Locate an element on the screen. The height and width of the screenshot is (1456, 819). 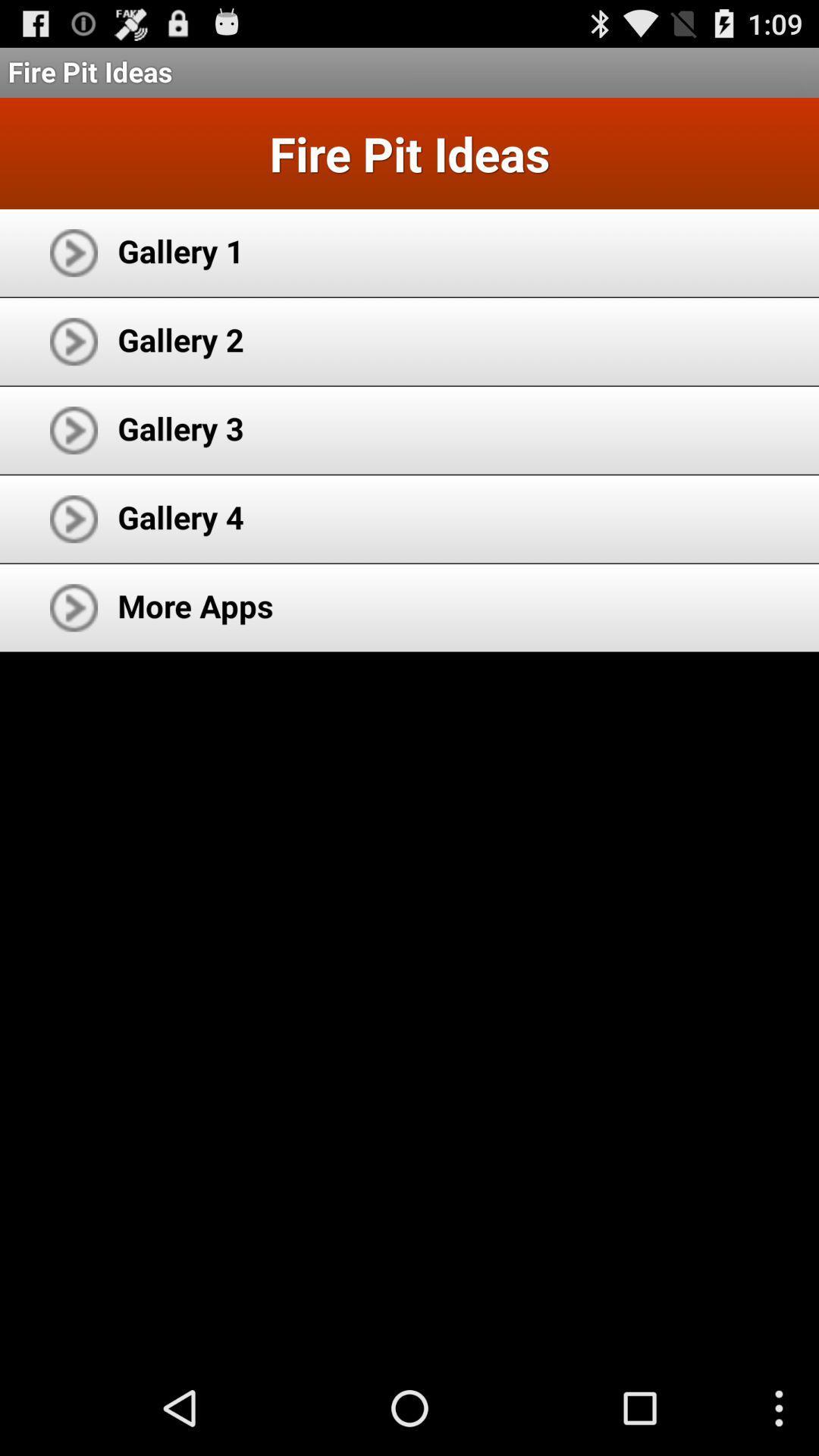
gallery 2 item is located at coordinates (180, 338).